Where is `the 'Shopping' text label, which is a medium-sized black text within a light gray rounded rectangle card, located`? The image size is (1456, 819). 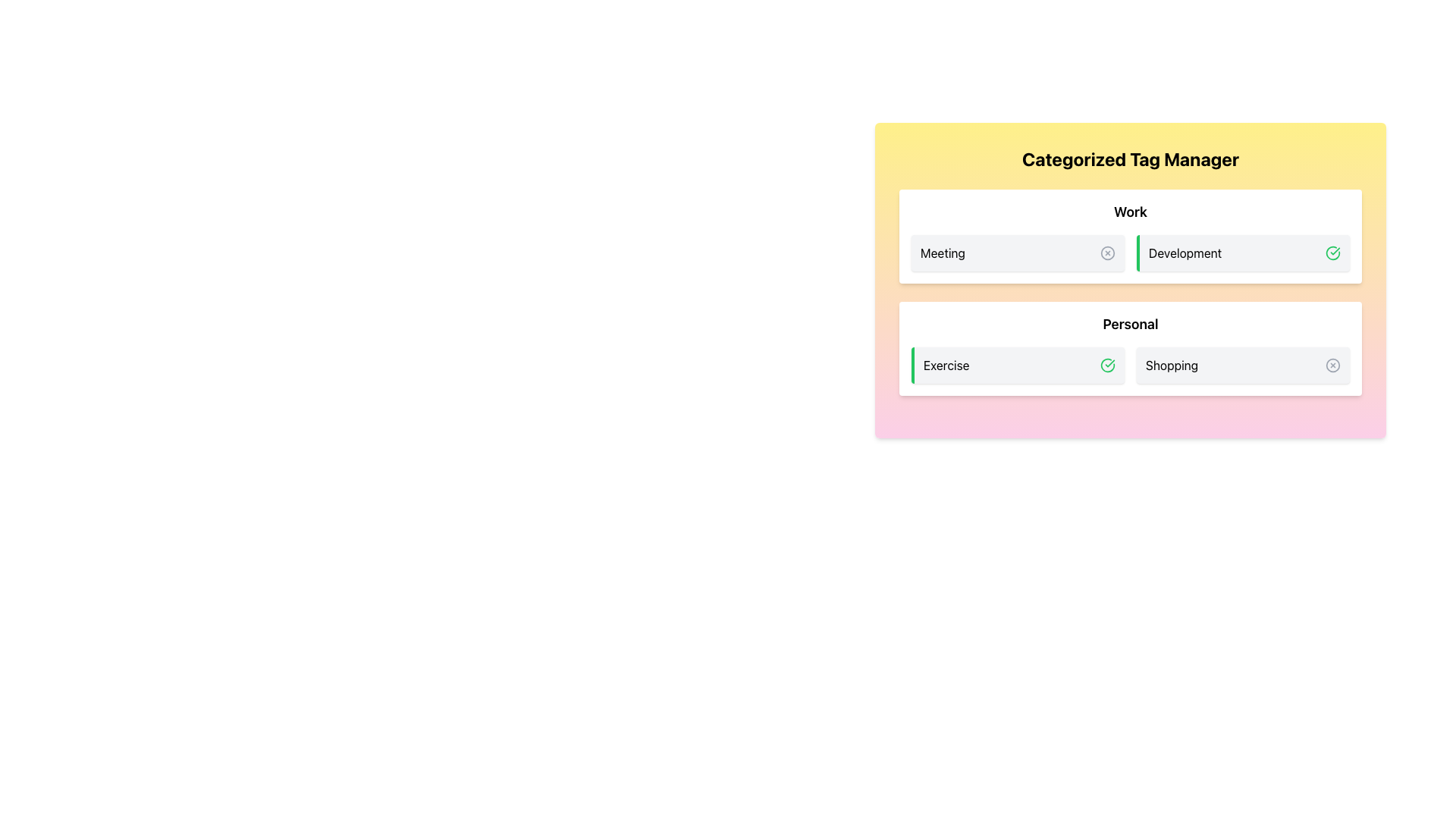 the 'Shopping' text label, which is a medium-sized black text within a light gray rounded rectangle card, located is located at coordinates (1171, 366).